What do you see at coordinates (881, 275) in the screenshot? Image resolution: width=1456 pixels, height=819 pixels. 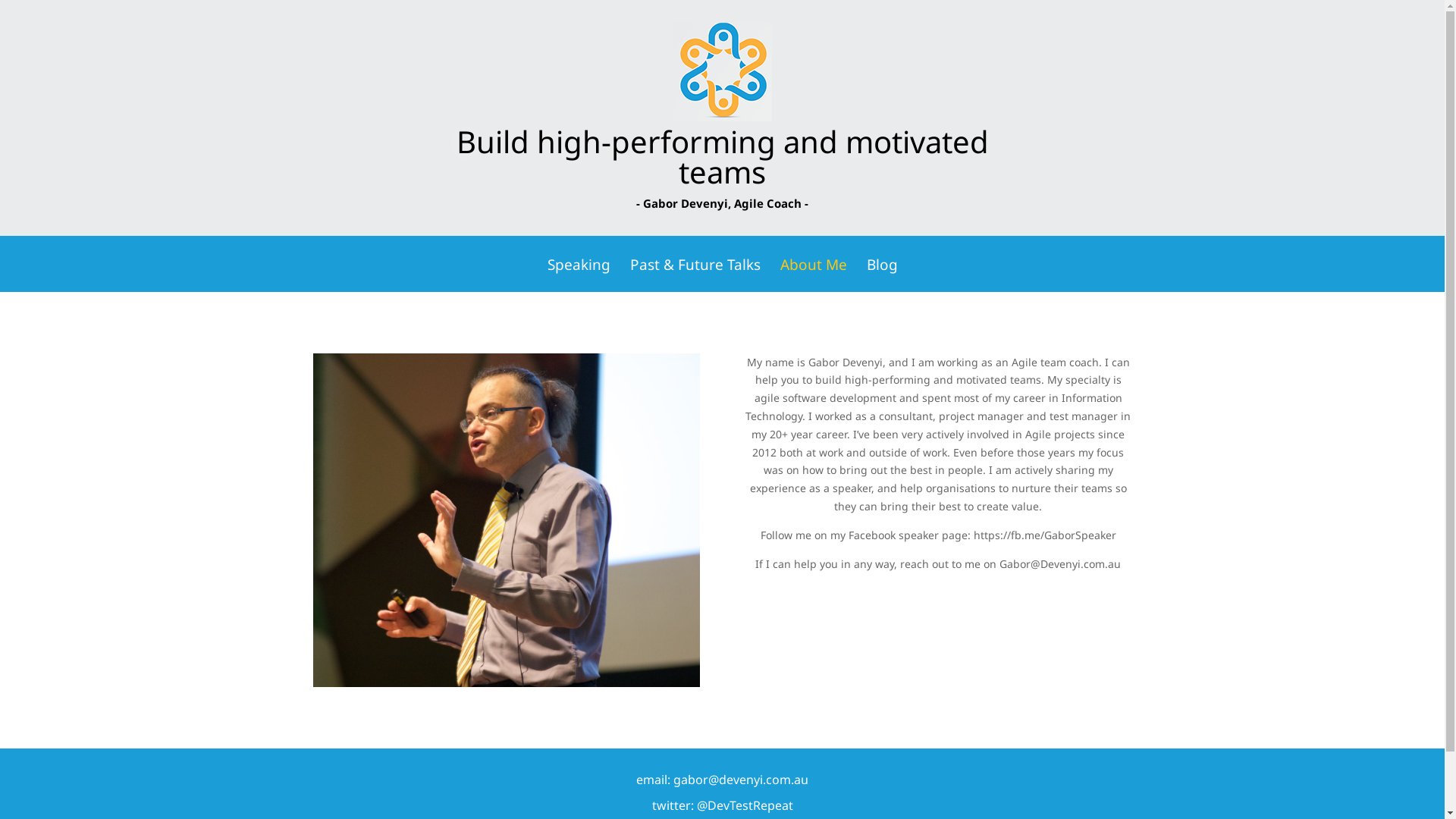 I see `'Blog'` at bounding box center [881, 275].